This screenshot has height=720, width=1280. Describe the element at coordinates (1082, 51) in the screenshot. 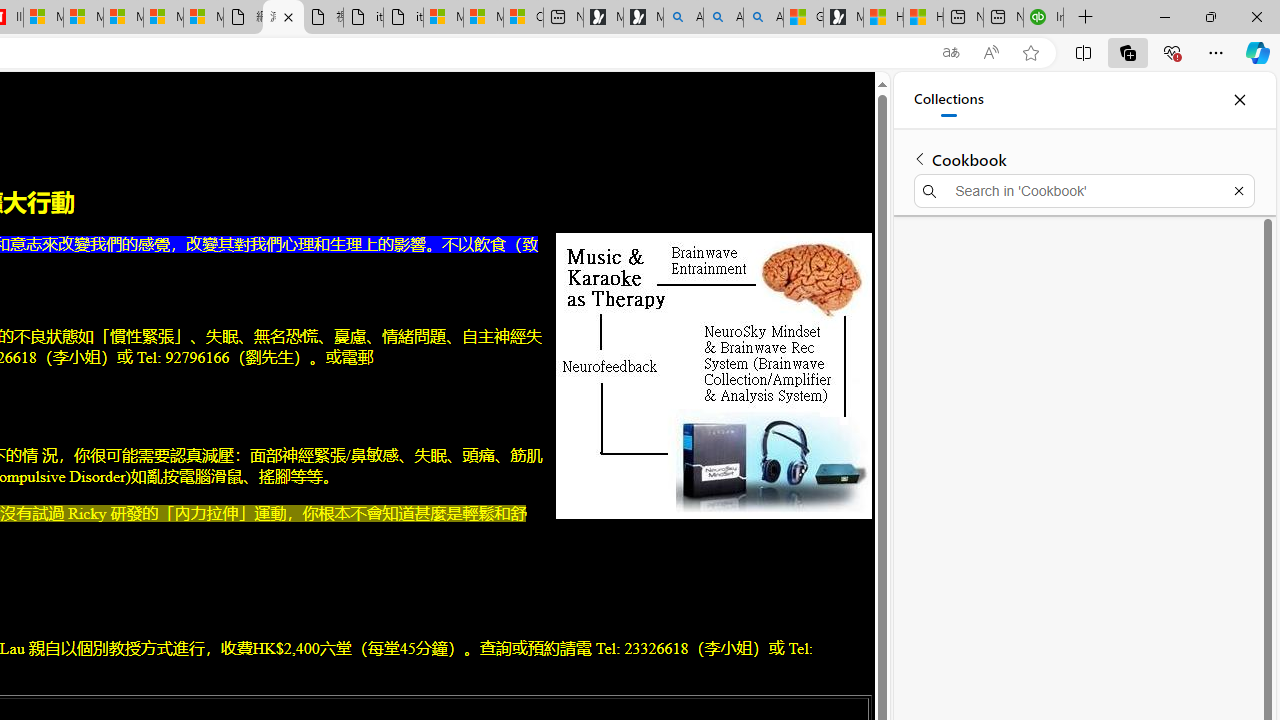

I see `'Split screen'` at that location.